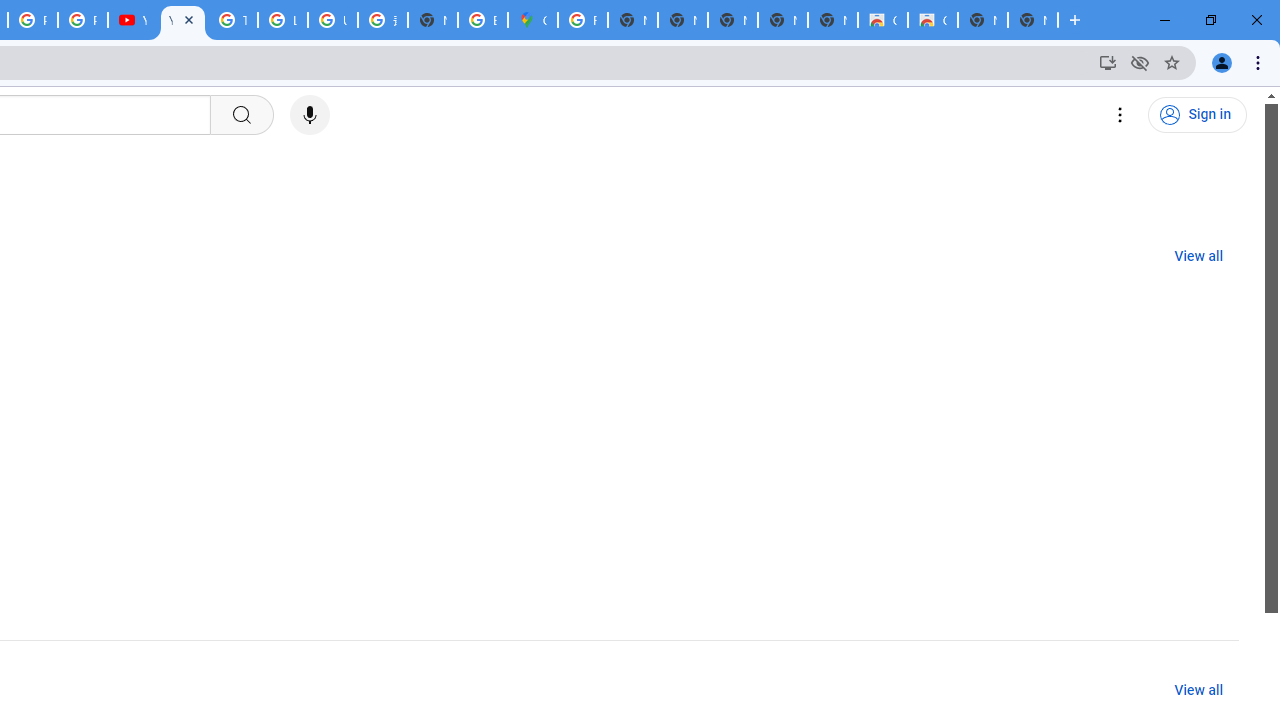 The image size is (1280, 720). I want to click on 'Settings', so click(1120, 115).